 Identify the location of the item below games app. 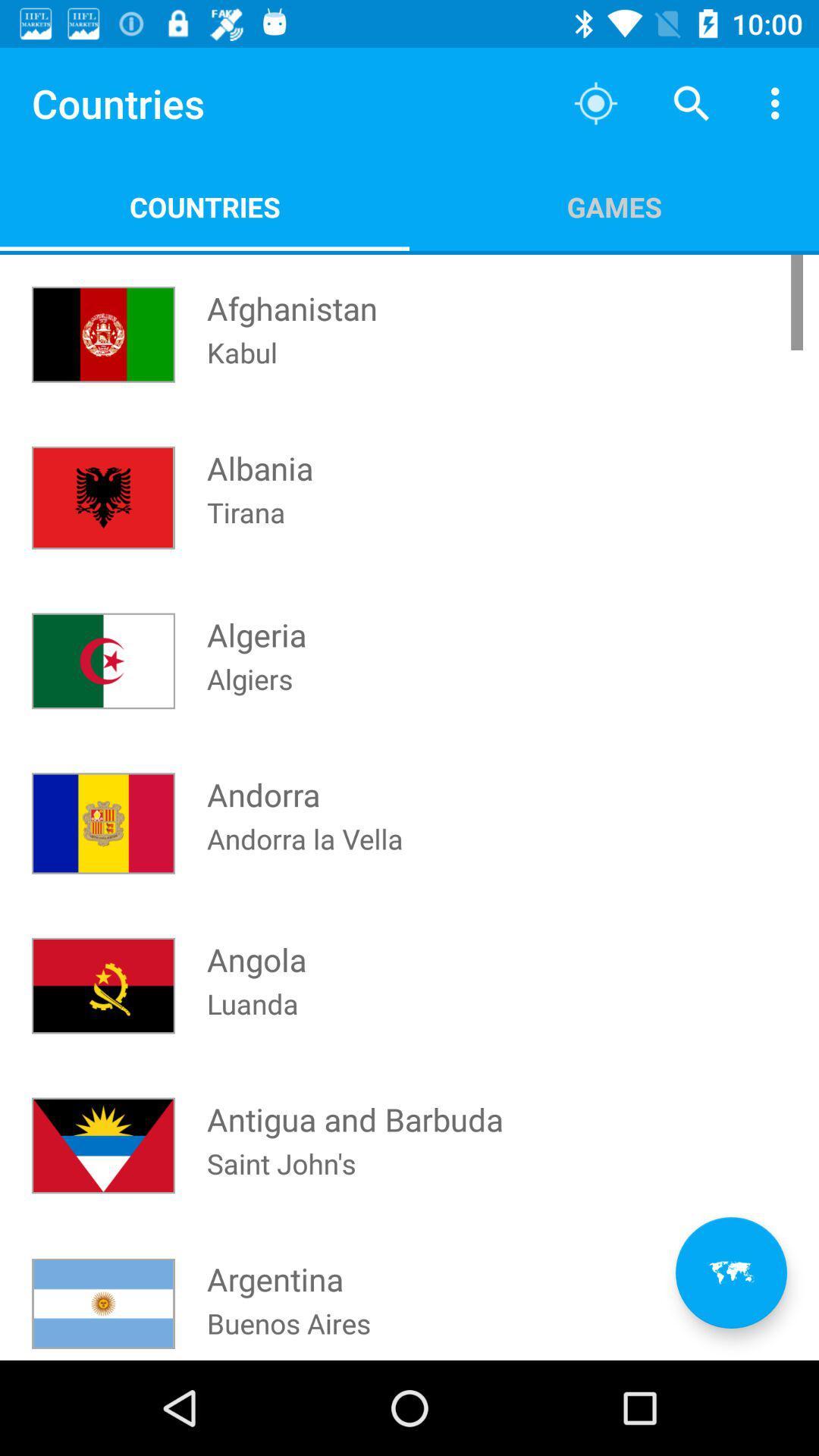
(730, 1272).